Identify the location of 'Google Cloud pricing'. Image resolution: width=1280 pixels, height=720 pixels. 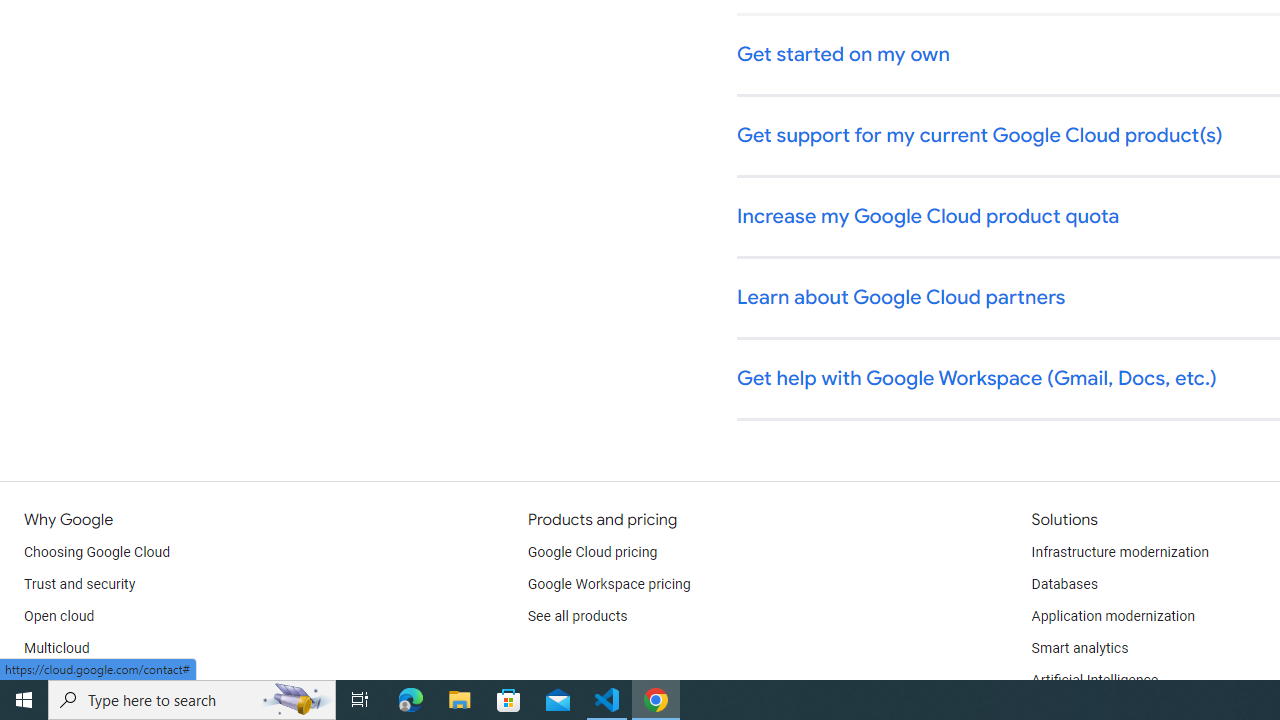
(591, 552).